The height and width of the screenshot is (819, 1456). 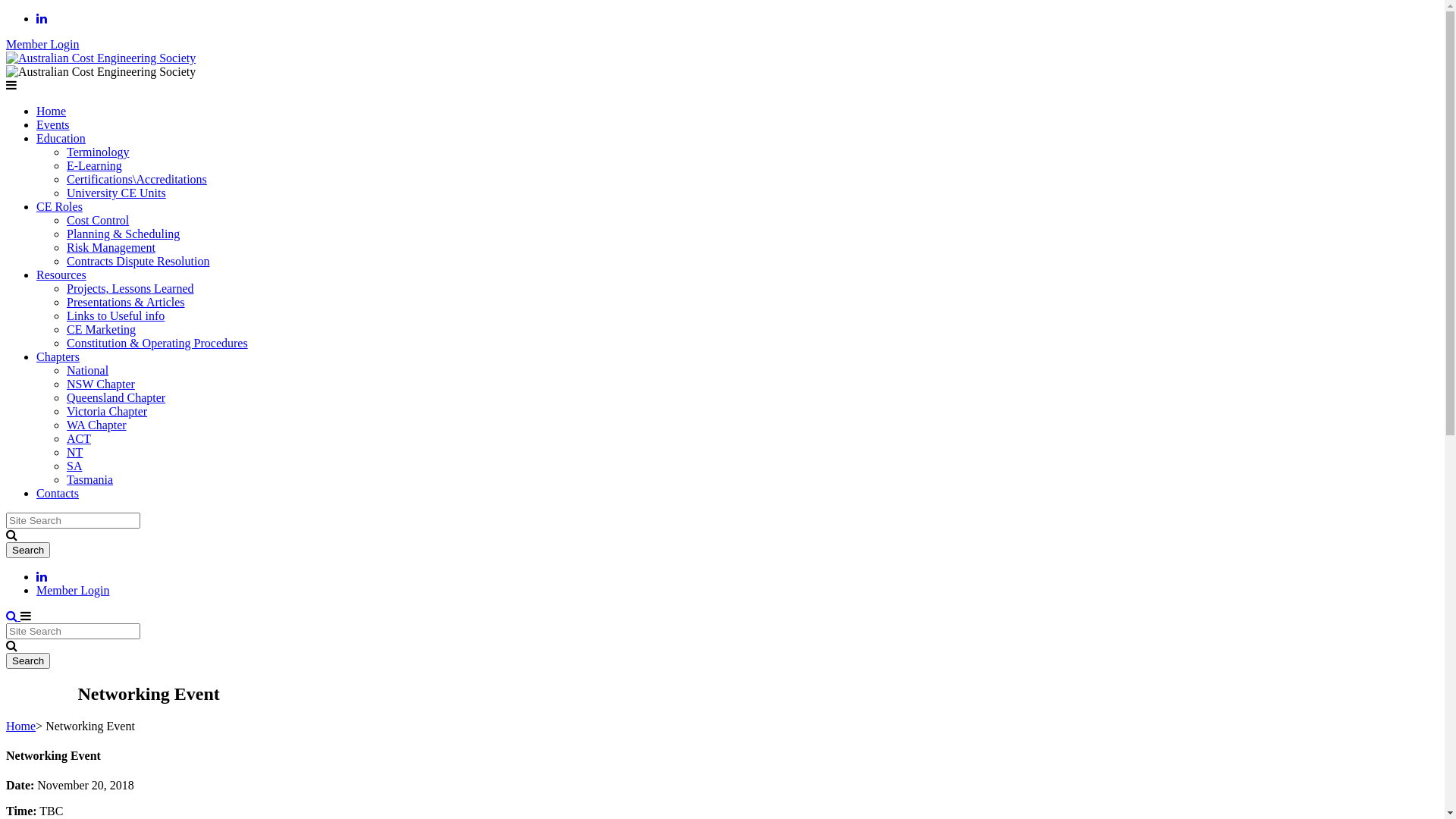 What do you see at coordinates (100, 328) in the screenshot?
I see `'CE Marketing'` at bounding box center [100, 328].